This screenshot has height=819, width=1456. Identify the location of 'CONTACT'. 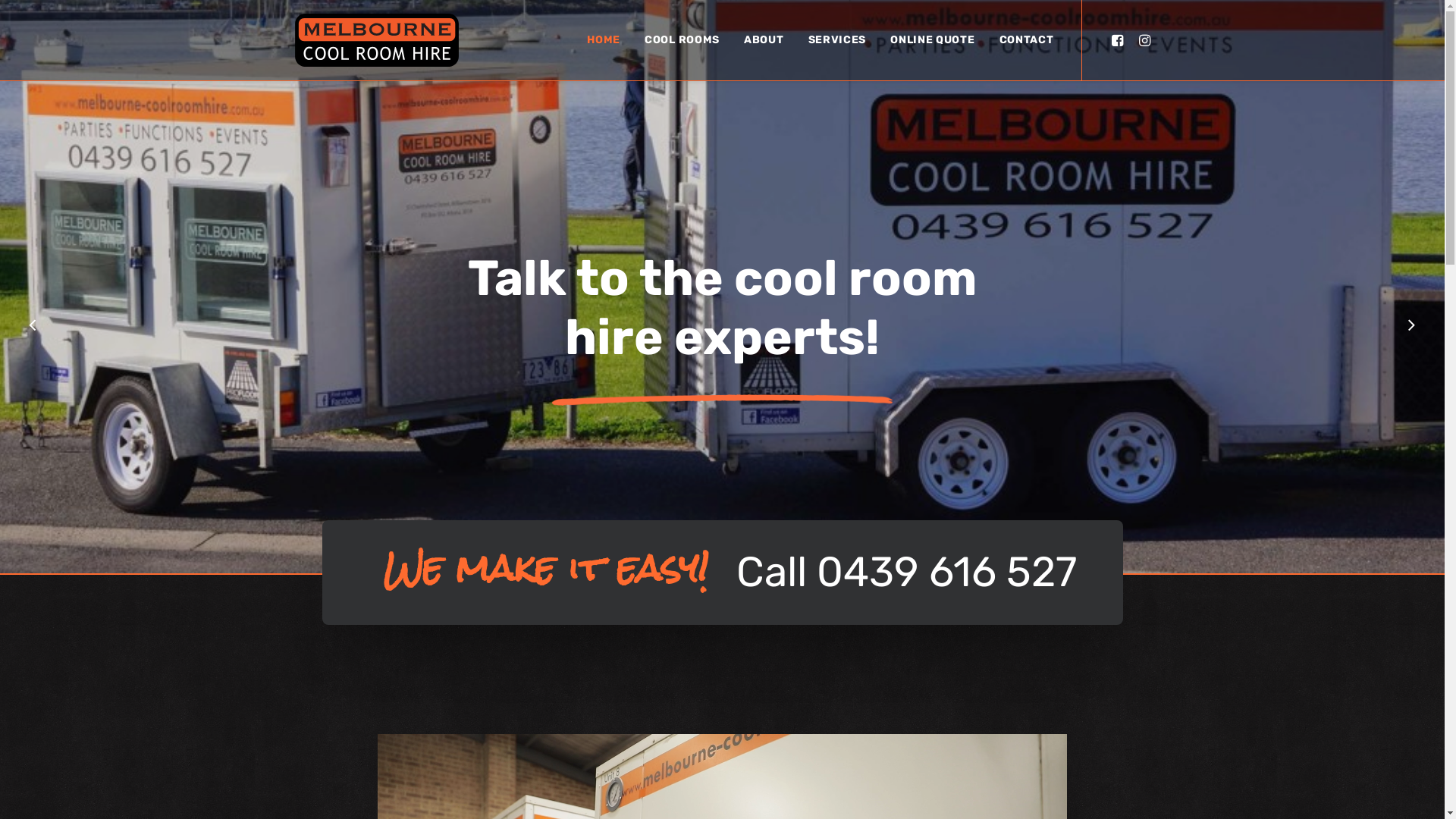
(1021, 39).